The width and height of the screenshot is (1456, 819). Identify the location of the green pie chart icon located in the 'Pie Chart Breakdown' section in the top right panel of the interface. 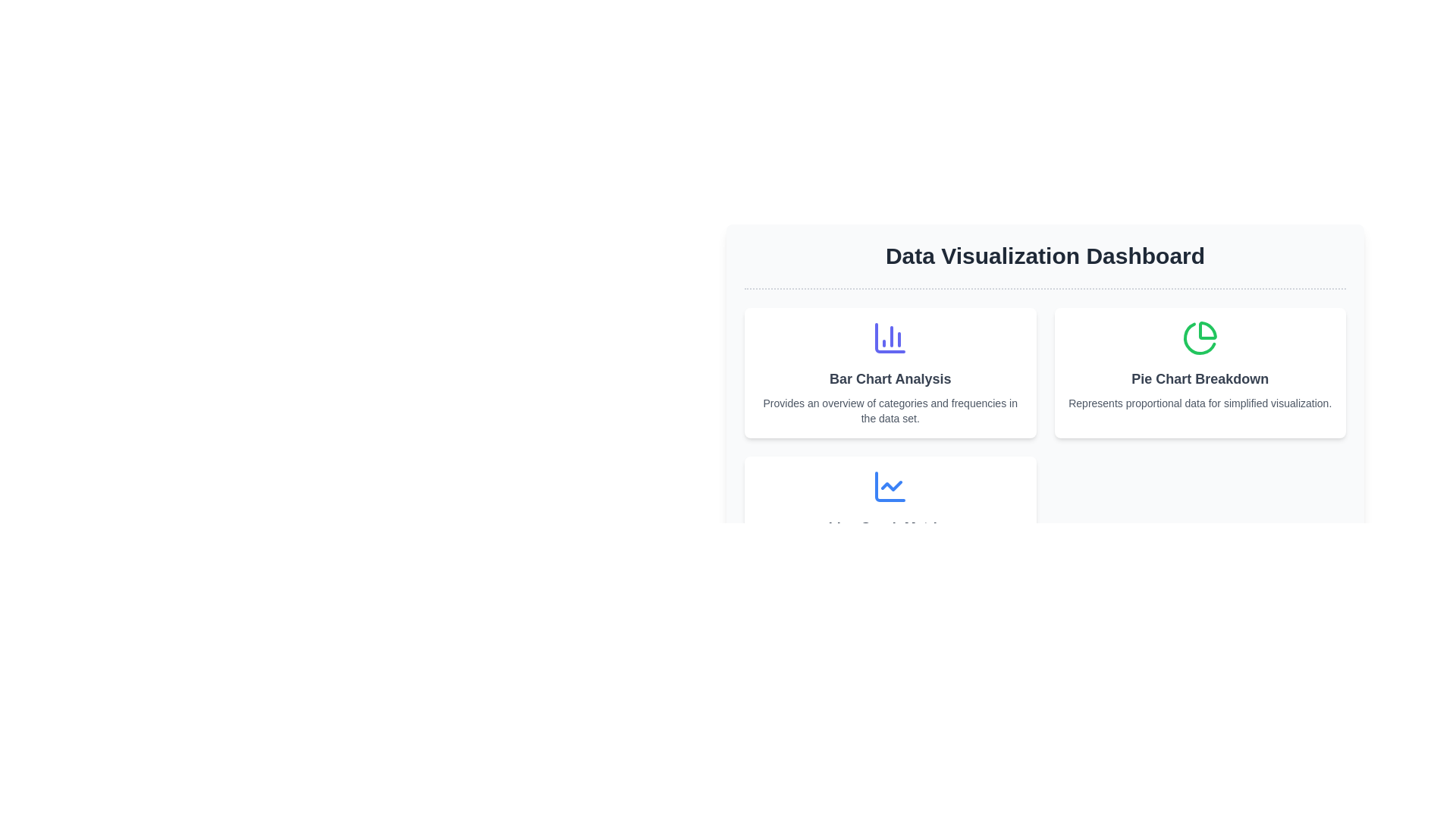
(1198, 337).